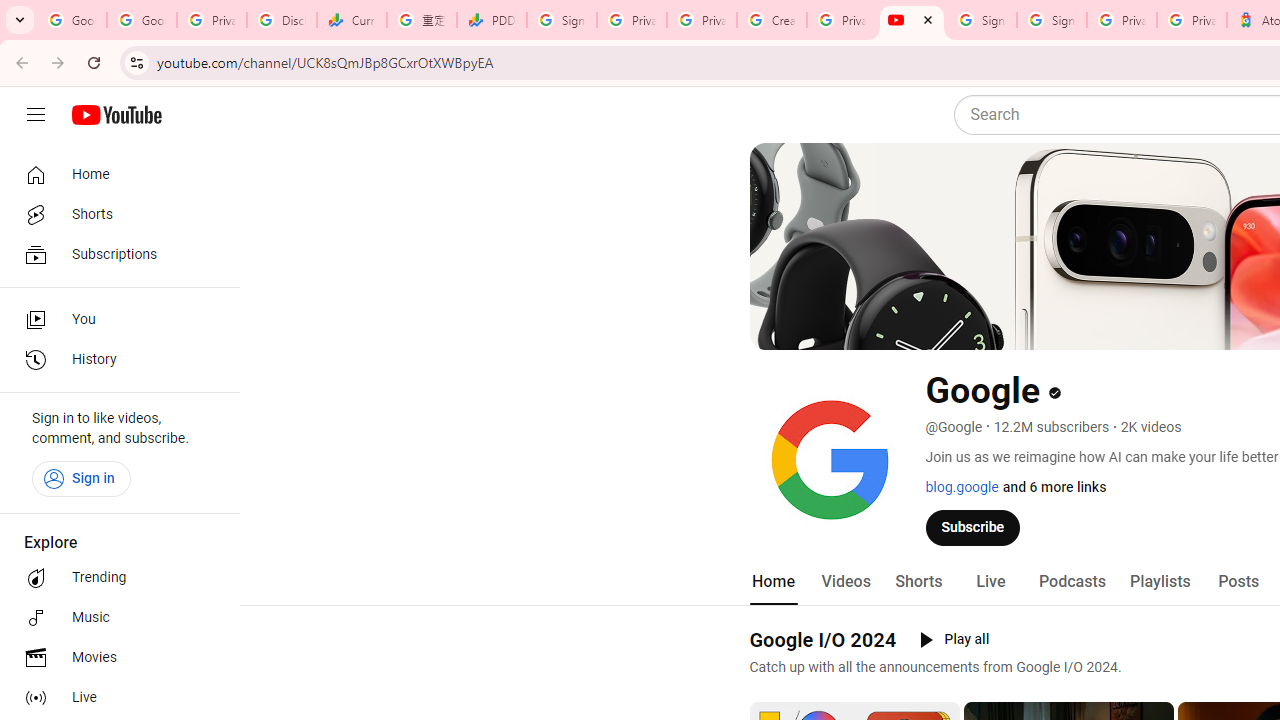 This screenshot has width=1280, height=720. I want to click on 'Playlists', so click(1160, 581).